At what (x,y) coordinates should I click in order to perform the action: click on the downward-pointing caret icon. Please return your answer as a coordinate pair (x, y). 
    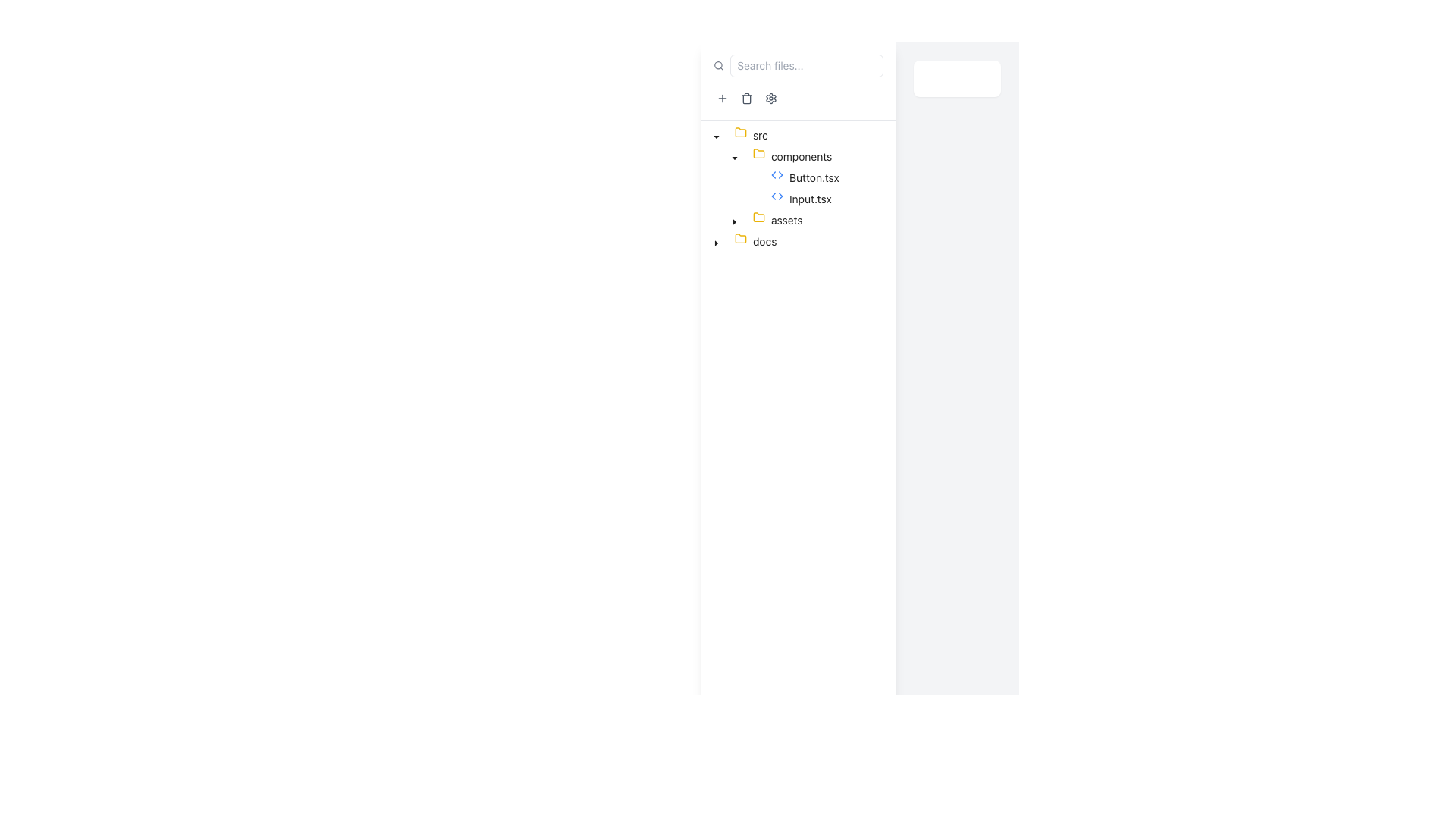
    Looking at the image, I should click on (716, 134).